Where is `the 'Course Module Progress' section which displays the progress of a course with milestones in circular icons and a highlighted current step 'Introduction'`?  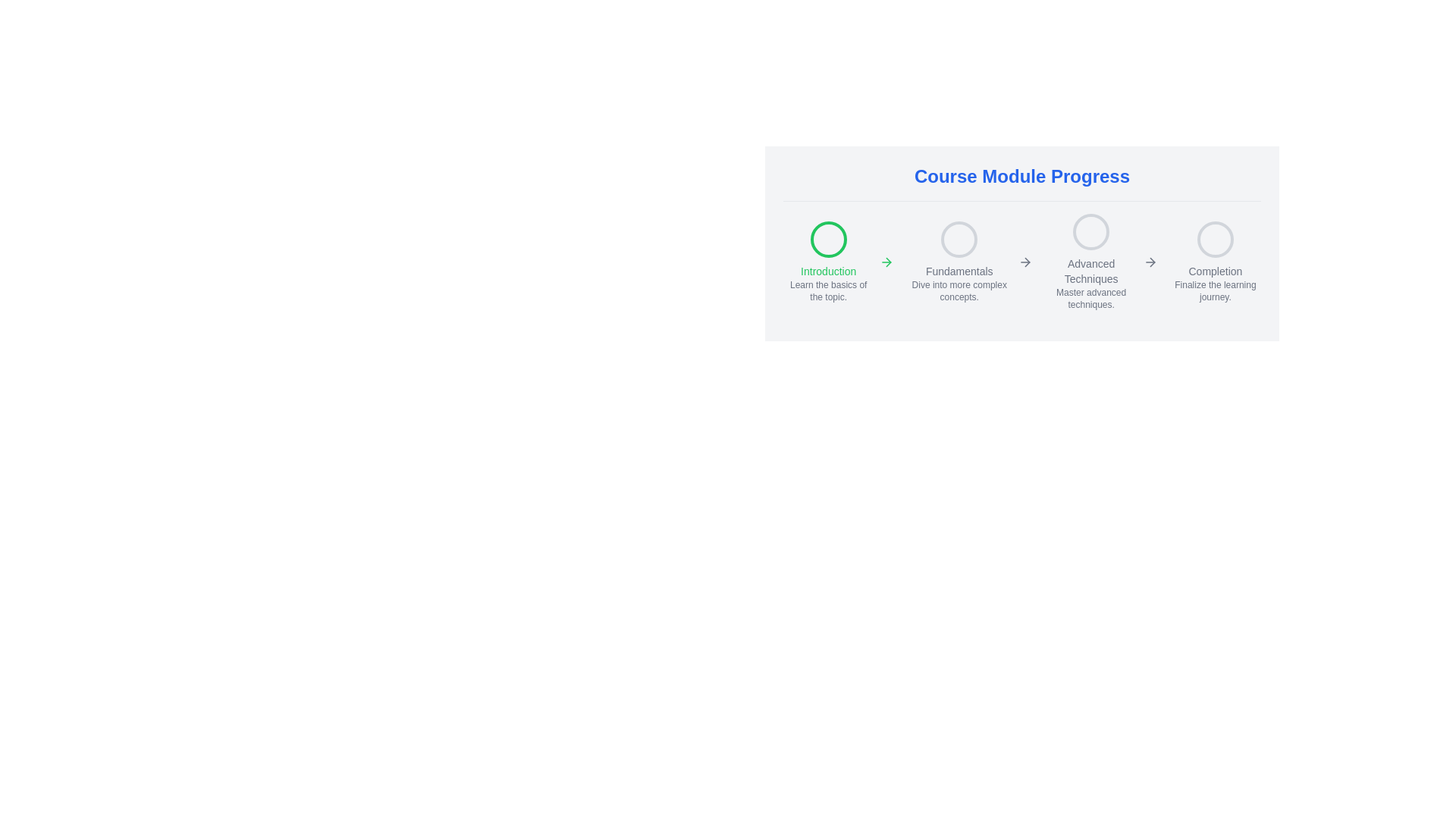 the 'Course Module Progress' section which displays the progress of a course with milestones in circular icons and a highlighted current step 'Introduction' is located at coordinates (1022, 242).